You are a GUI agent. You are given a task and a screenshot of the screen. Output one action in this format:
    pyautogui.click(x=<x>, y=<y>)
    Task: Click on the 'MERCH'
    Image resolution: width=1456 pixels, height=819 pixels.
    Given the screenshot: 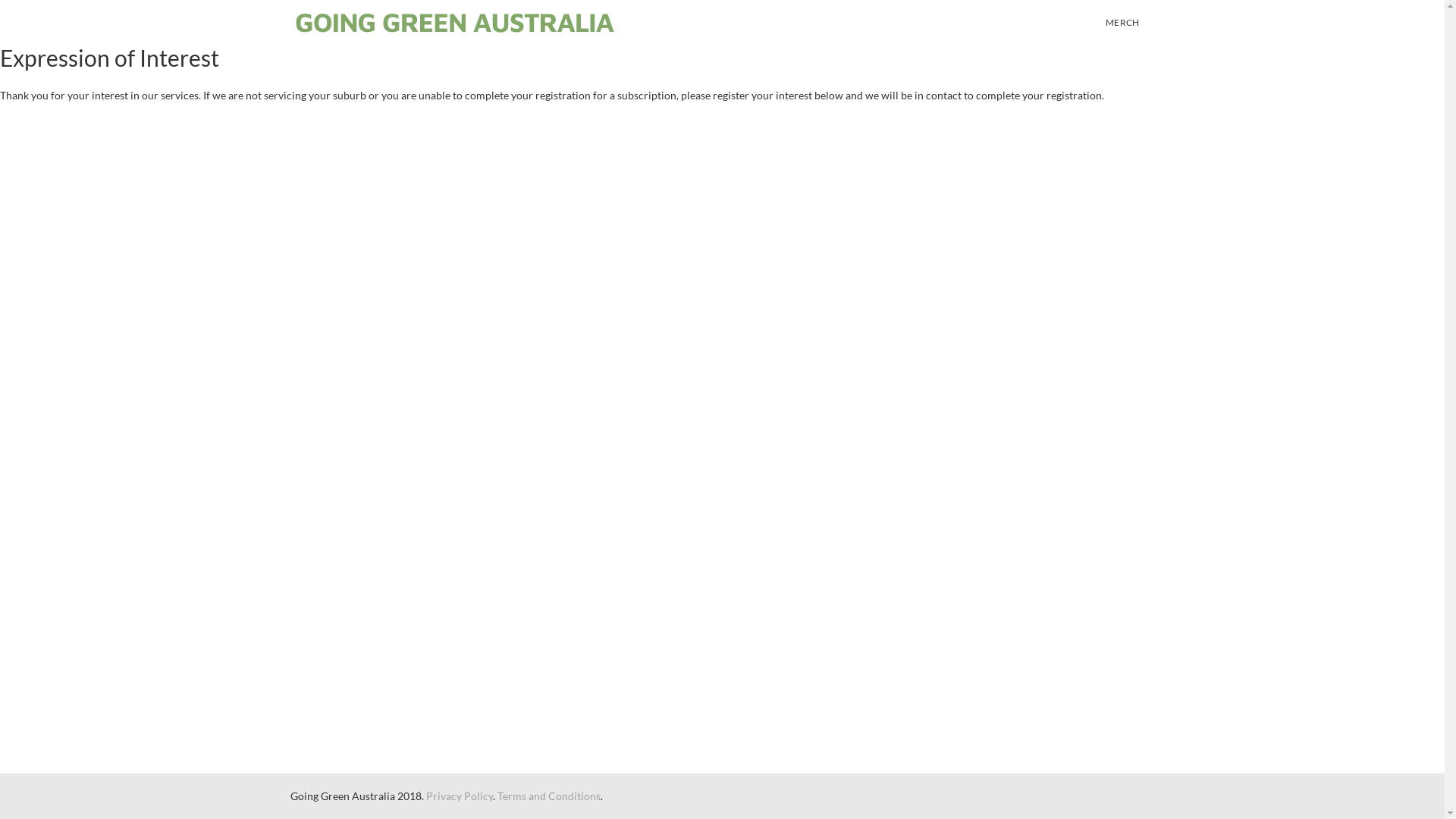 What is the action you would take?
    pyautogui.click(x=1122, y=23)
    